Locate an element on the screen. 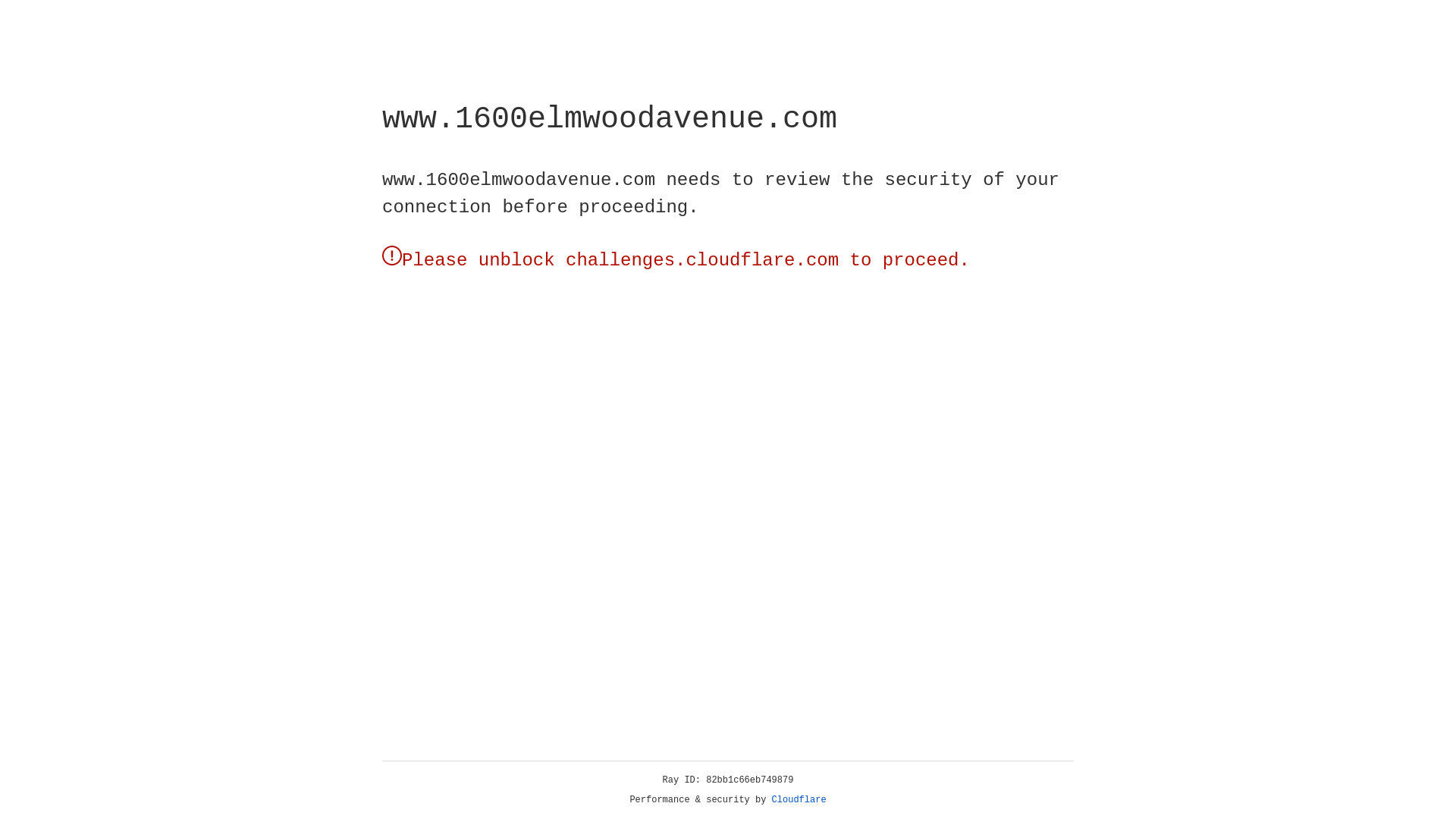 Image resolution: width=1456 pixels, height=819 pixels. 'Cloudflare' is located at coordinates (799, 799).